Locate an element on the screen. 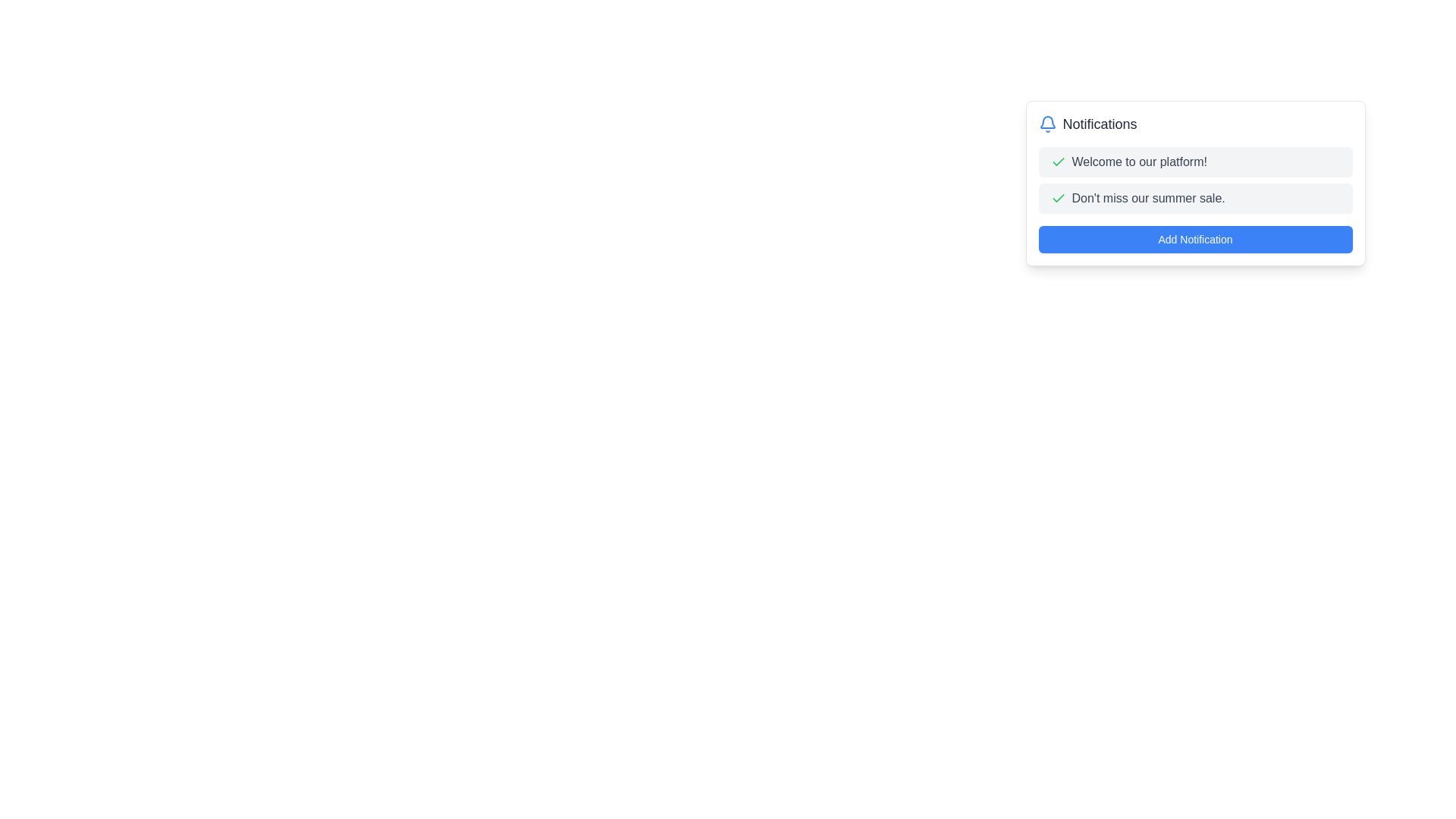  the first notification item in the notification panel that welcomes the user to the platform is located at coordinates (1194, 162).